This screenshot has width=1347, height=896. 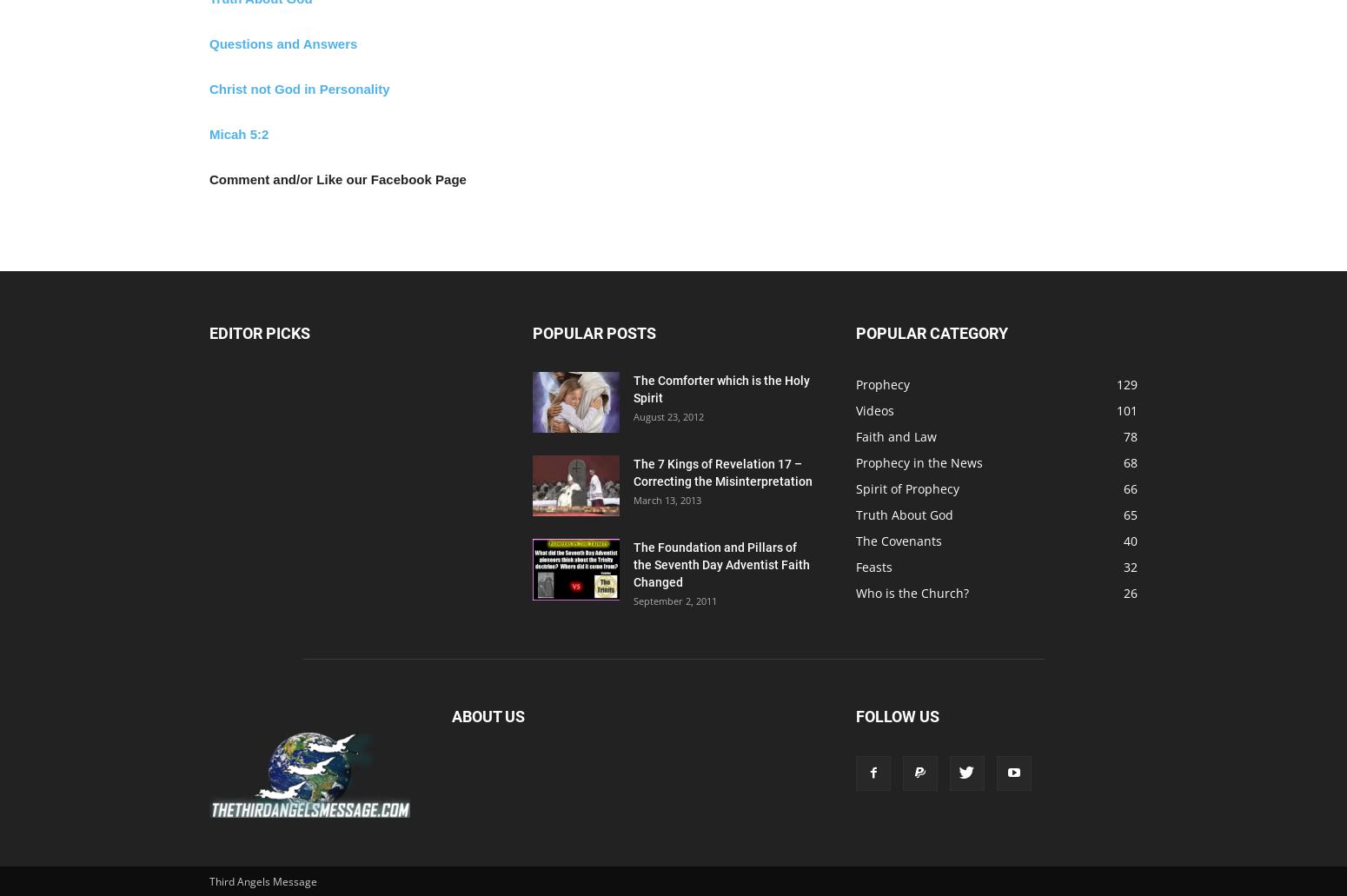 I want to click on 'Christ not God in Personality', so click(x=298, y=89).